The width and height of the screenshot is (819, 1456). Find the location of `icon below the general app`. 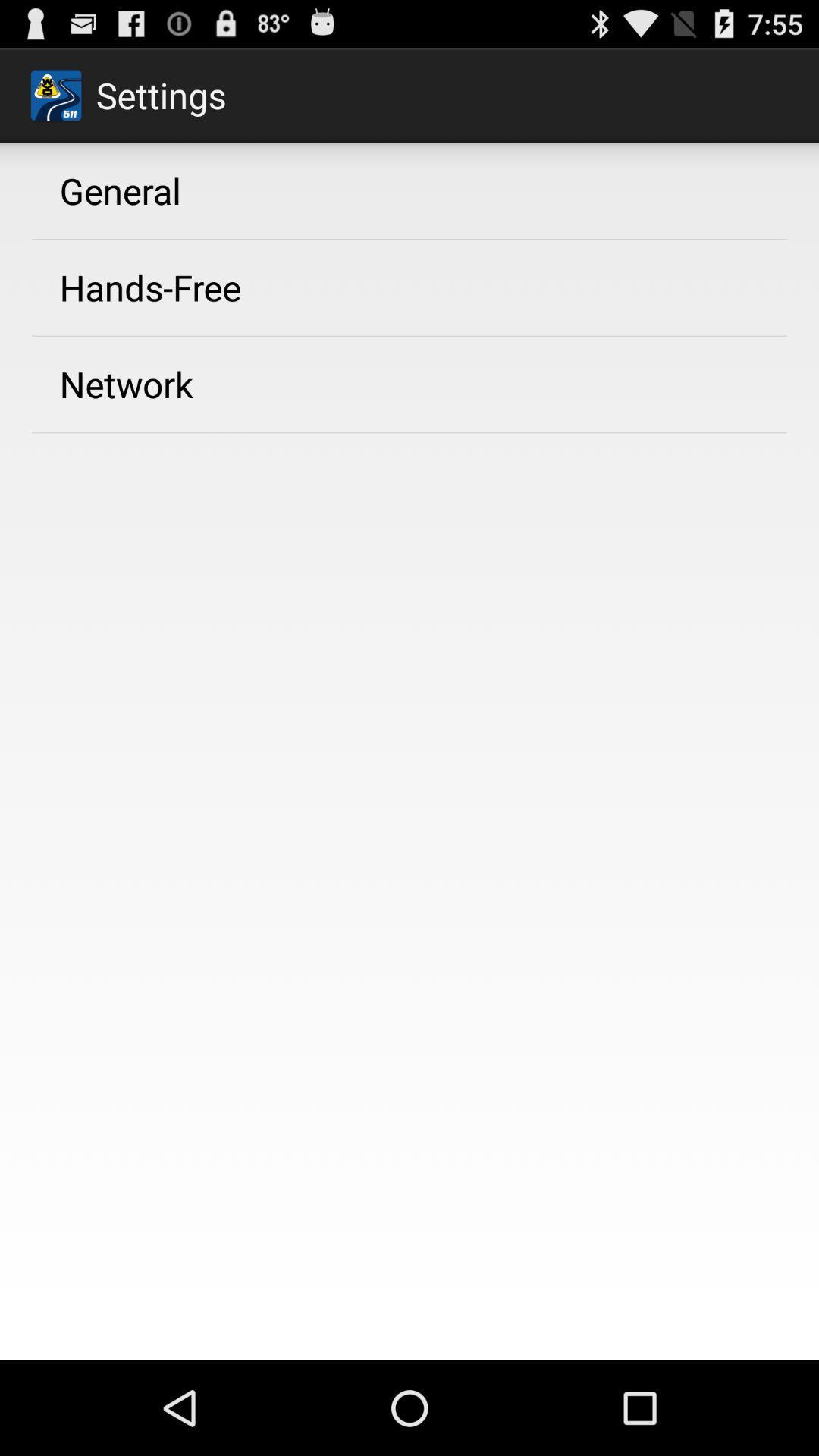

icon below the general app is located at coordinates (150, 287).